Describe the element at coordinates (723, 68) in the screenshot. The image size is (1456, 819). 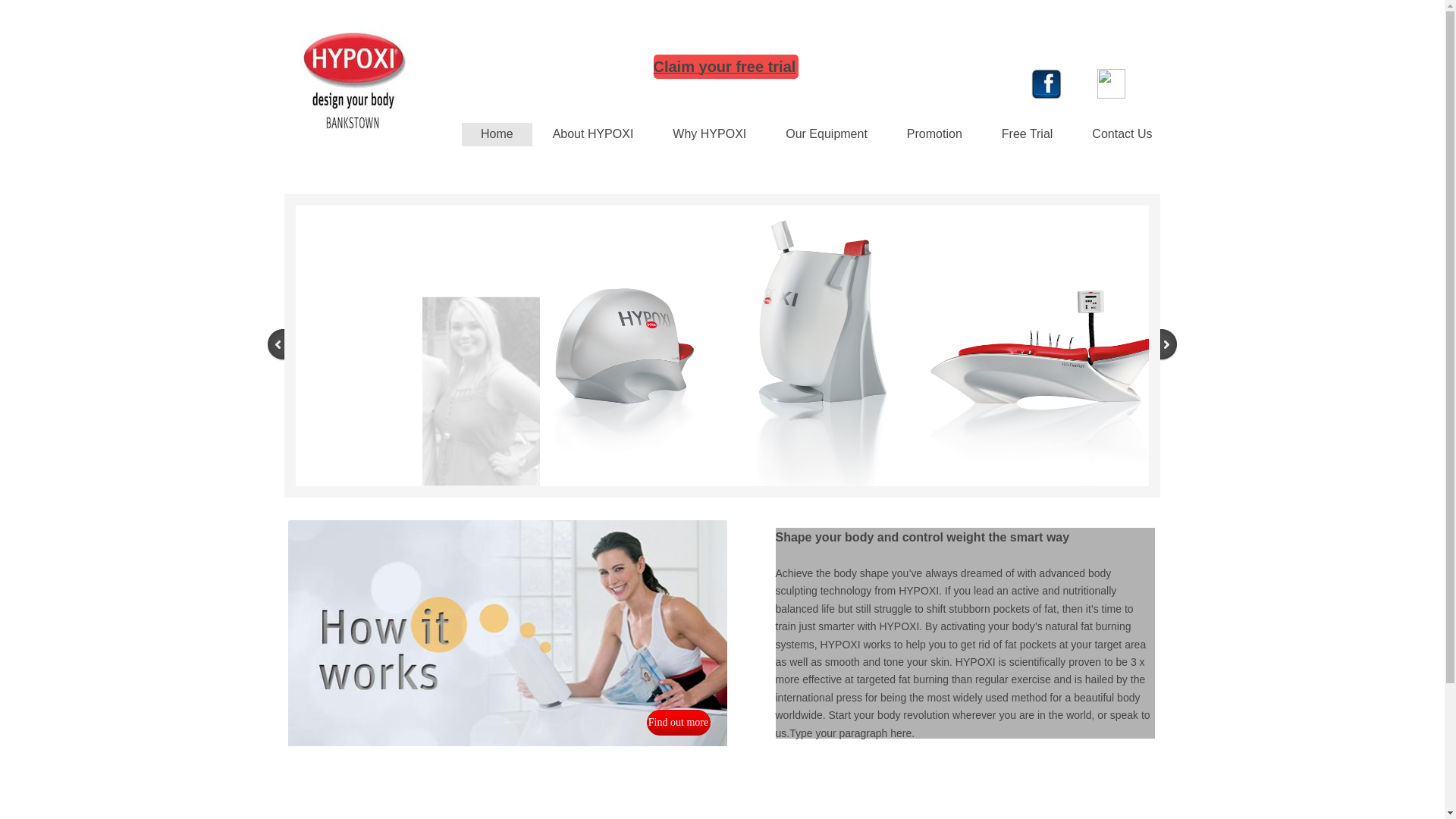
I see `'Claim your free trial'` at that location.